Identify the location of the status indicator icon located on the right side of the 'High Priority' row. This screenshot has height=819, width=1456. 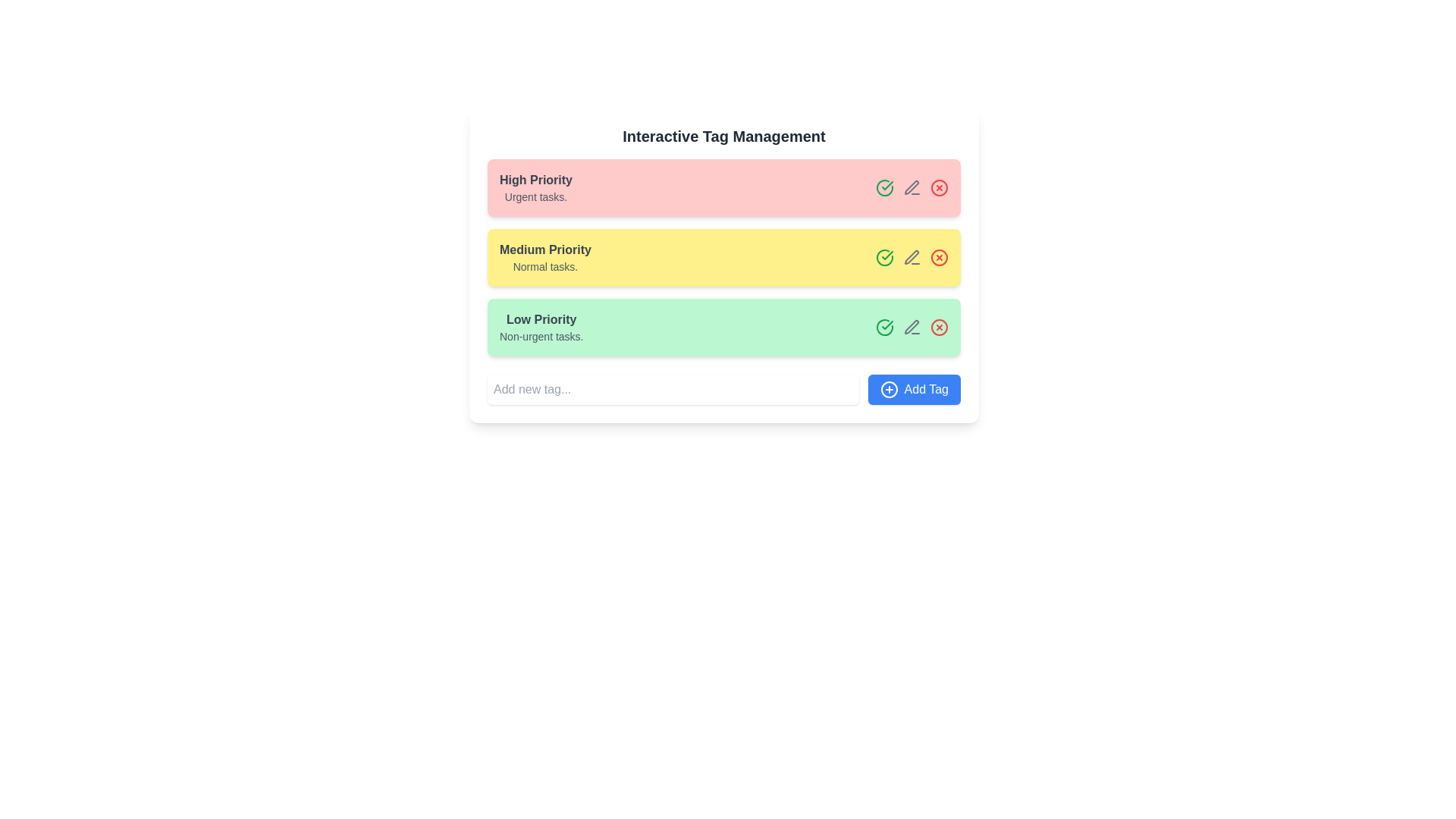
(884, 187).